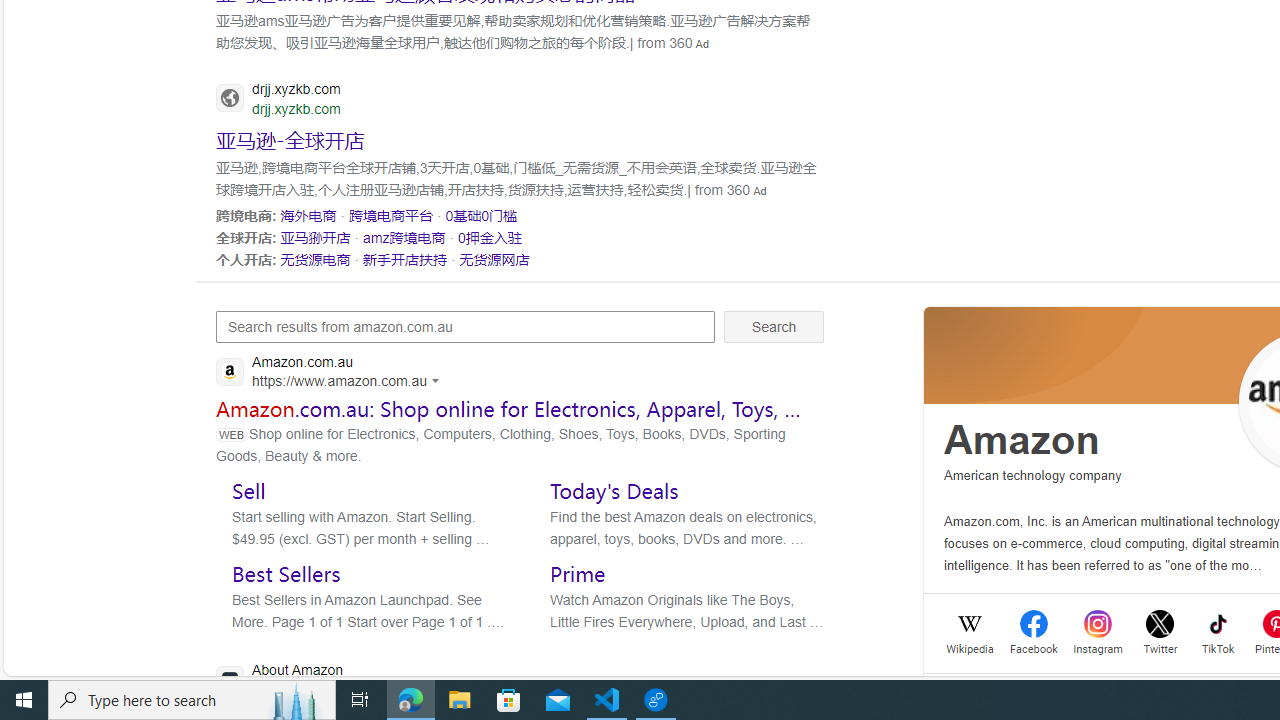 Image resolution: width=1280 pixels, height=720 pixels. Describe the element at coordinates (229, 678) in the screenshot. I see `'Global web icon'` at that location.